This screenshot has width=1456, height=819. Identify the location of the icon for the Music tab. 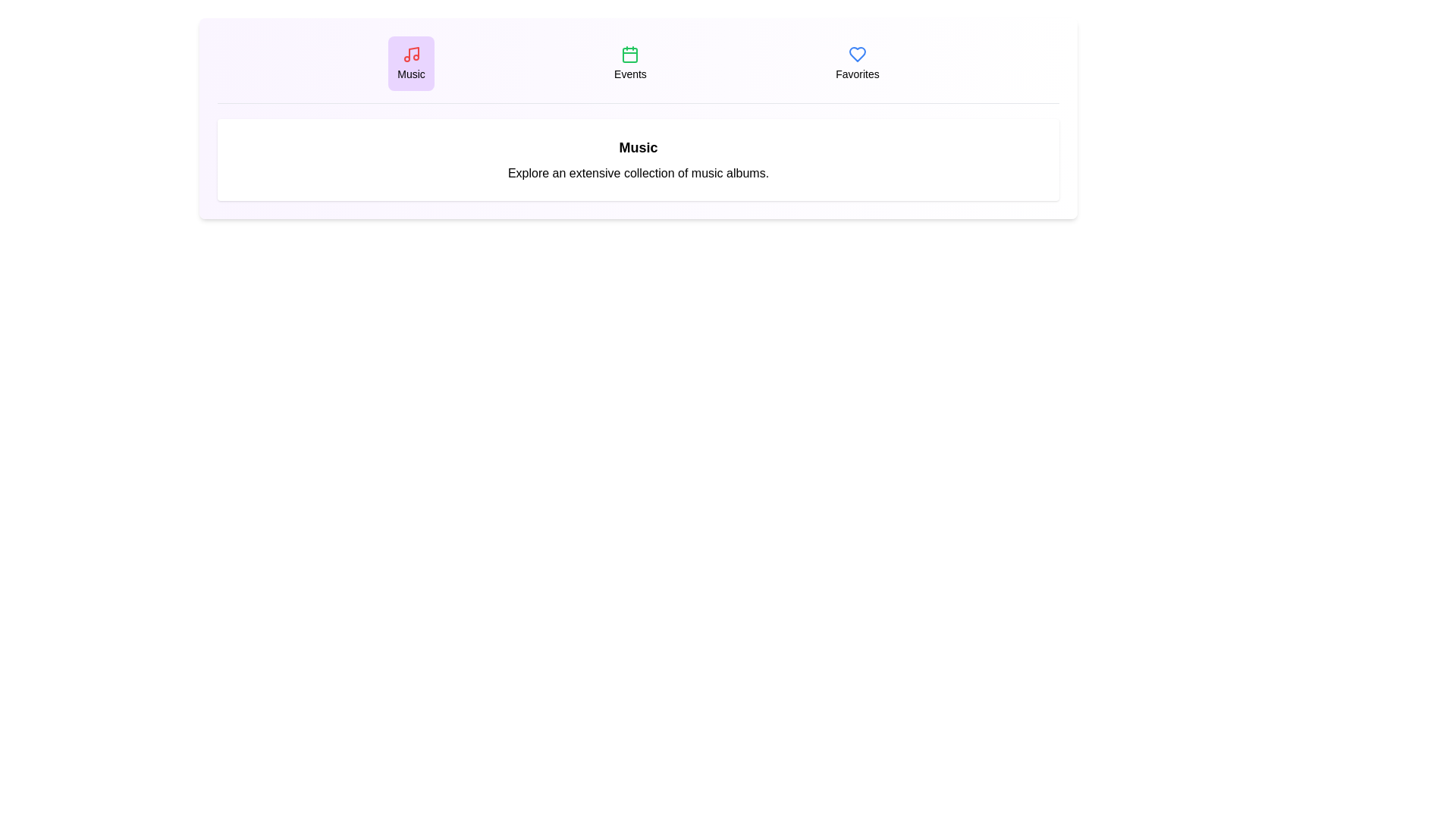
(411, 54).